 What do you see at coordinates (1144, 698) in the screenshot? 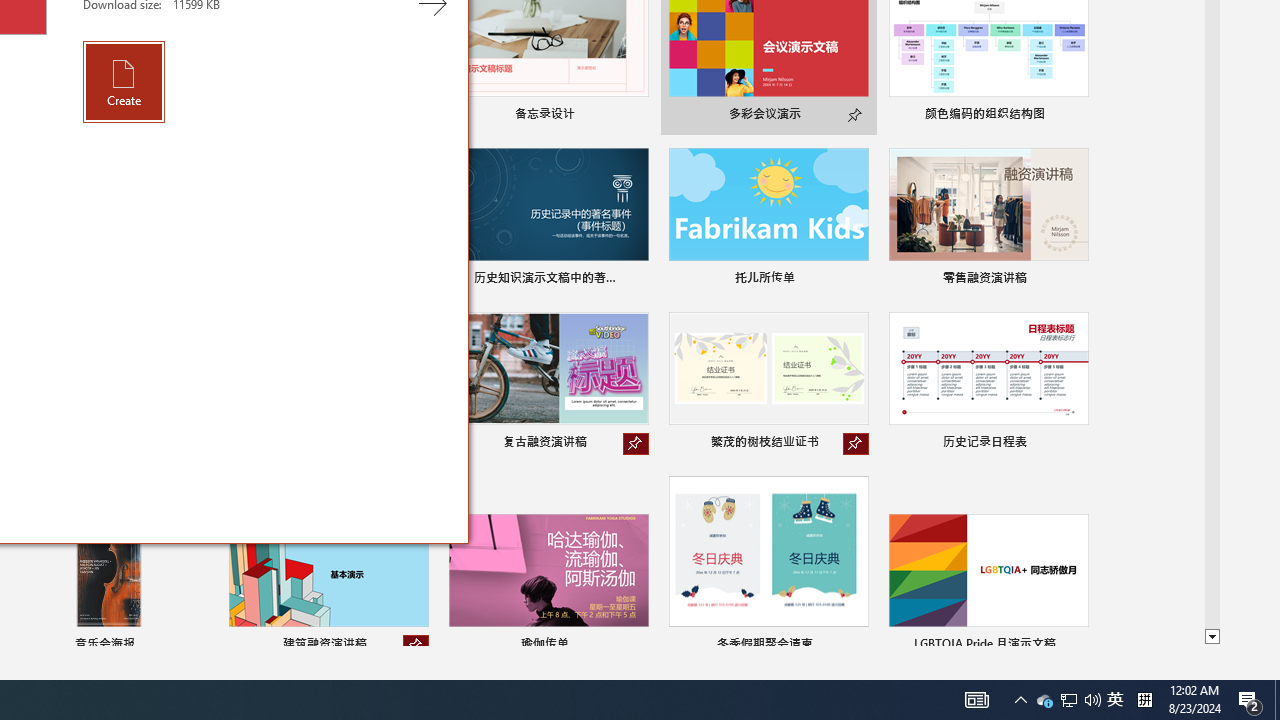
I see `'Tray Input Indicator - Chinese (Simplified, China)'` at bounding box center [1144, 698].